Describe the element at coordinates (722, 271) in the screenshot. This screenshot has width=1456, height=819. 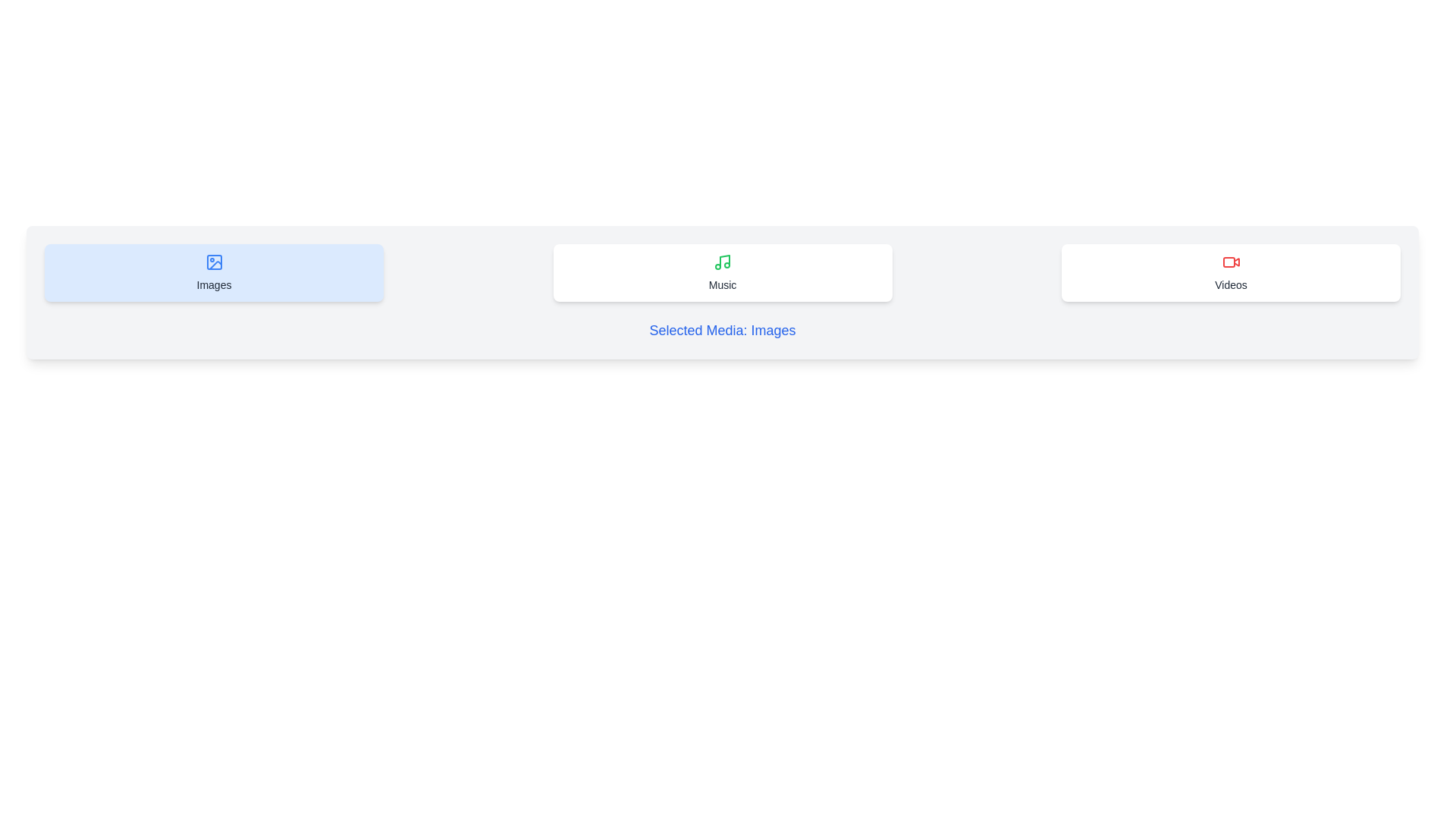
I see `the Music button to observe its hover effect` at that location.